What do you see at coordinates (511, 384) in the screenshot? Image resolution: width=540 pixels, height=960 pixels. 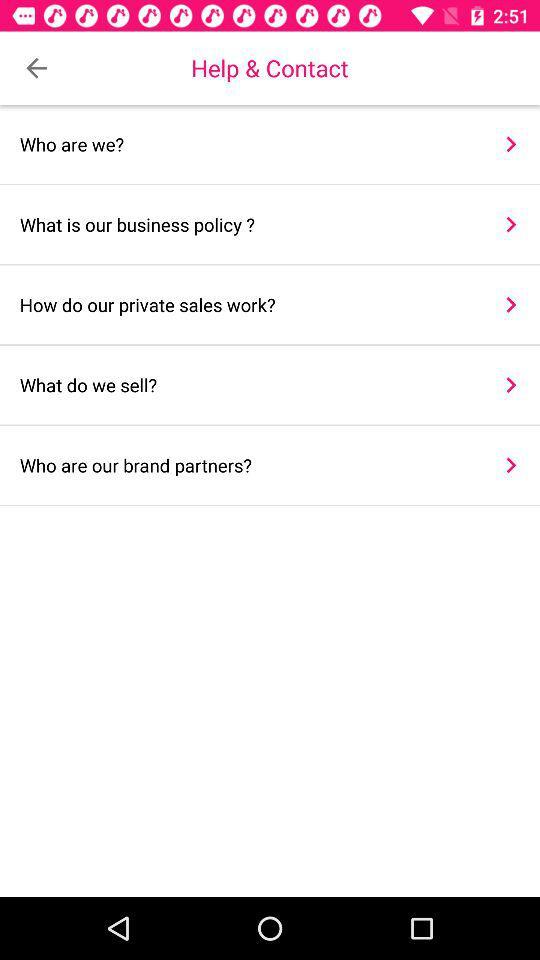 I see `item above who are our` at bounding box center [511, 384].